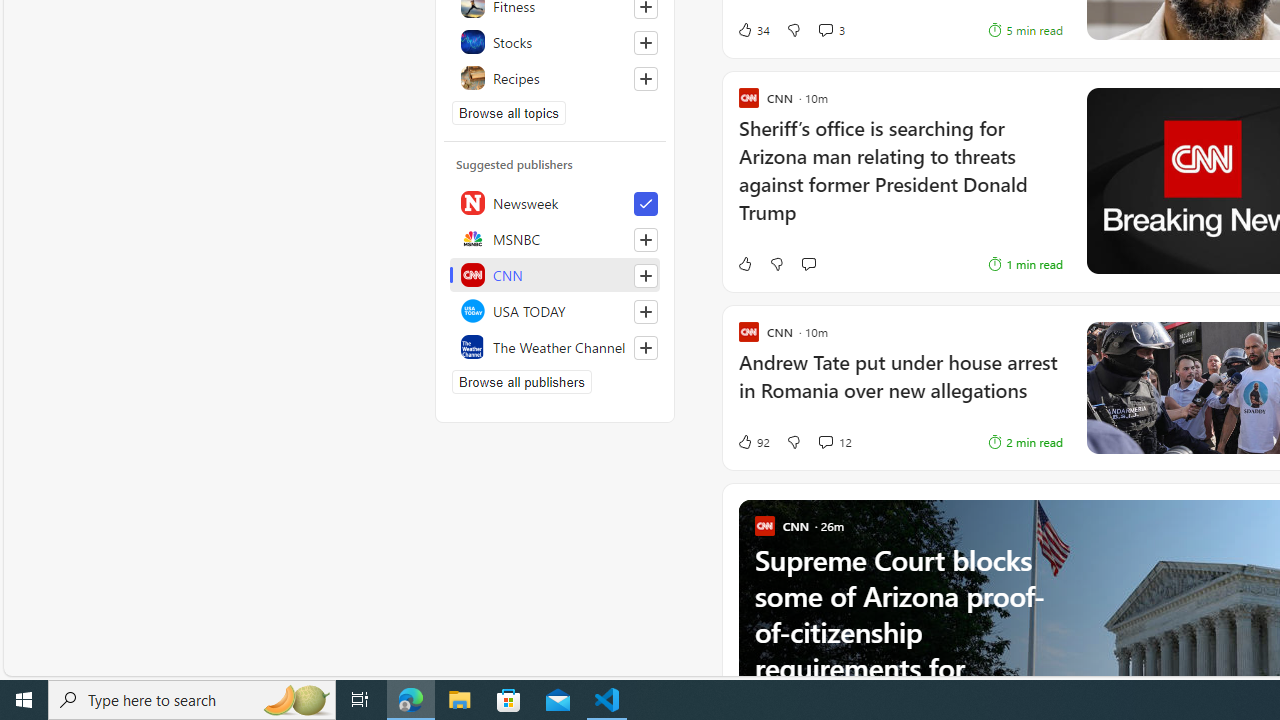 This screenshot has height=720, width=1280. What do you see at coordinates (834, 441) in the screenshot?
I see `'View comments 12 Comment'` at bounding box center [834, 441].